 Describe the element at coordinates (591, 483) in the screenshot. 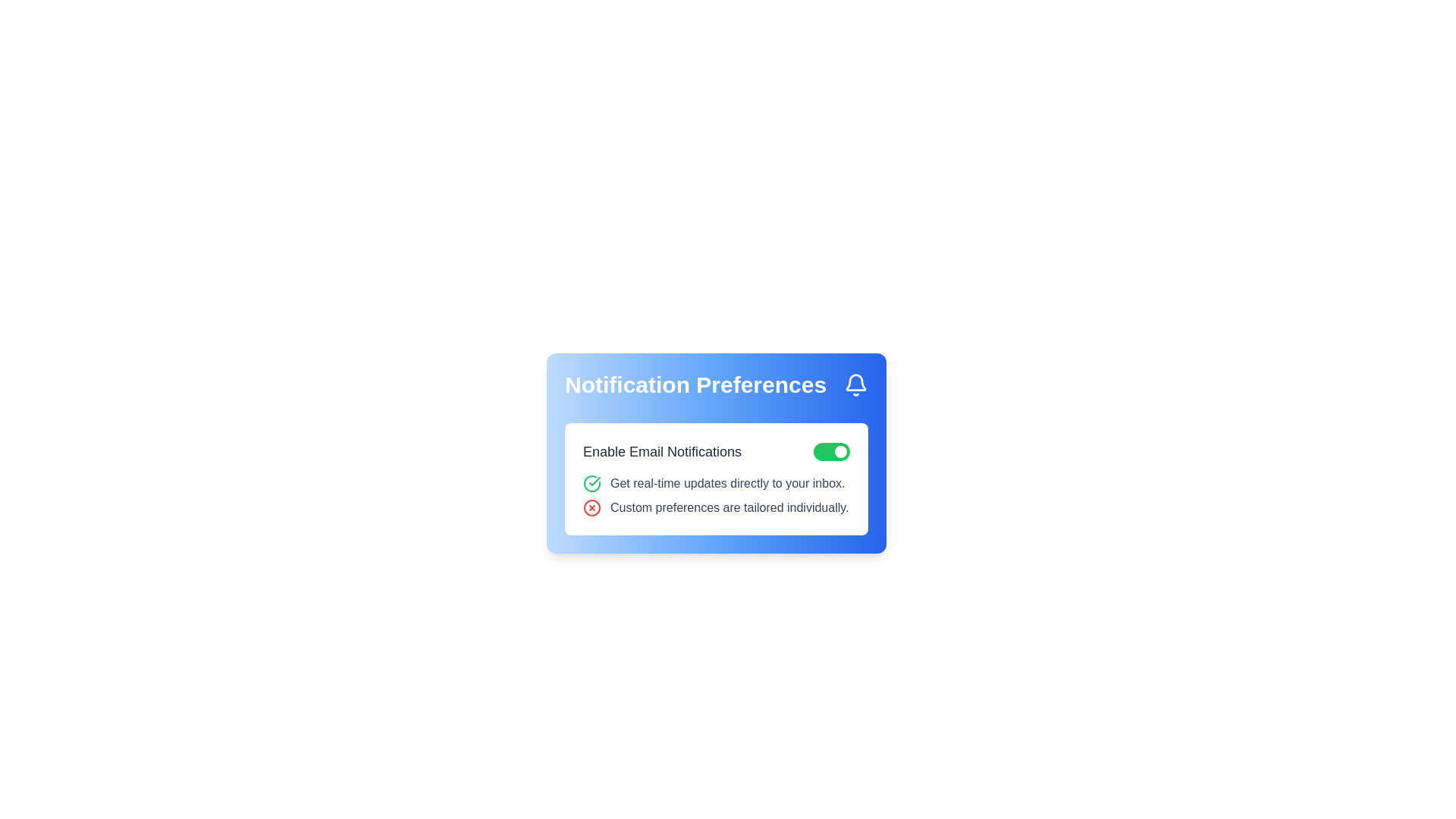

I see `the small circular segment that is part of the larger green-colored circle with a checkmark, indicating a successful outcome` at that location.